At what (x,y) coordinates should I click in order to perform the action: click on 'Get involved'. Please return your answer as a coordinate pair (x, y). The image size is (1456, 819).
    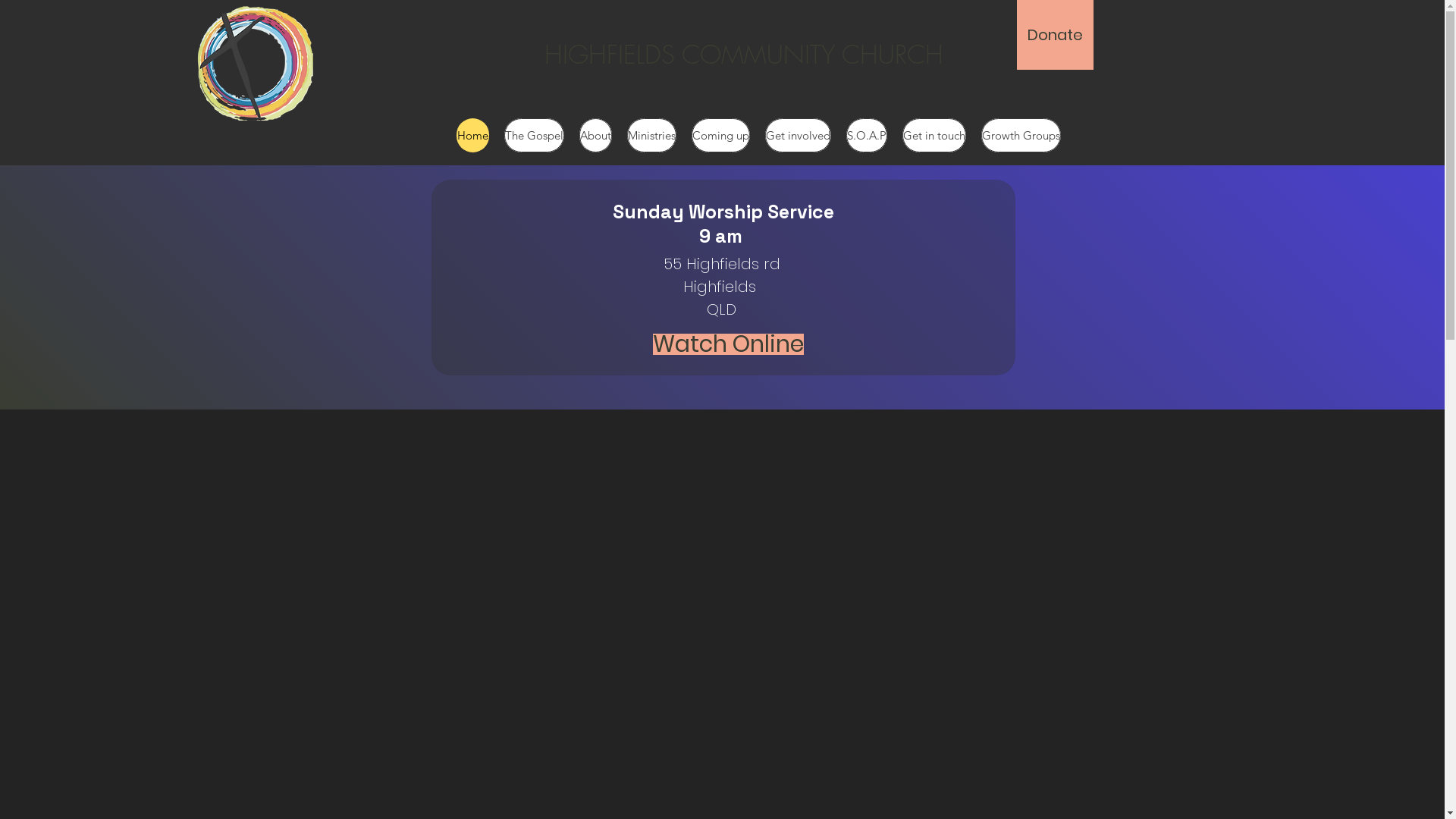
    Looking at the image, I should click on (764, 134).